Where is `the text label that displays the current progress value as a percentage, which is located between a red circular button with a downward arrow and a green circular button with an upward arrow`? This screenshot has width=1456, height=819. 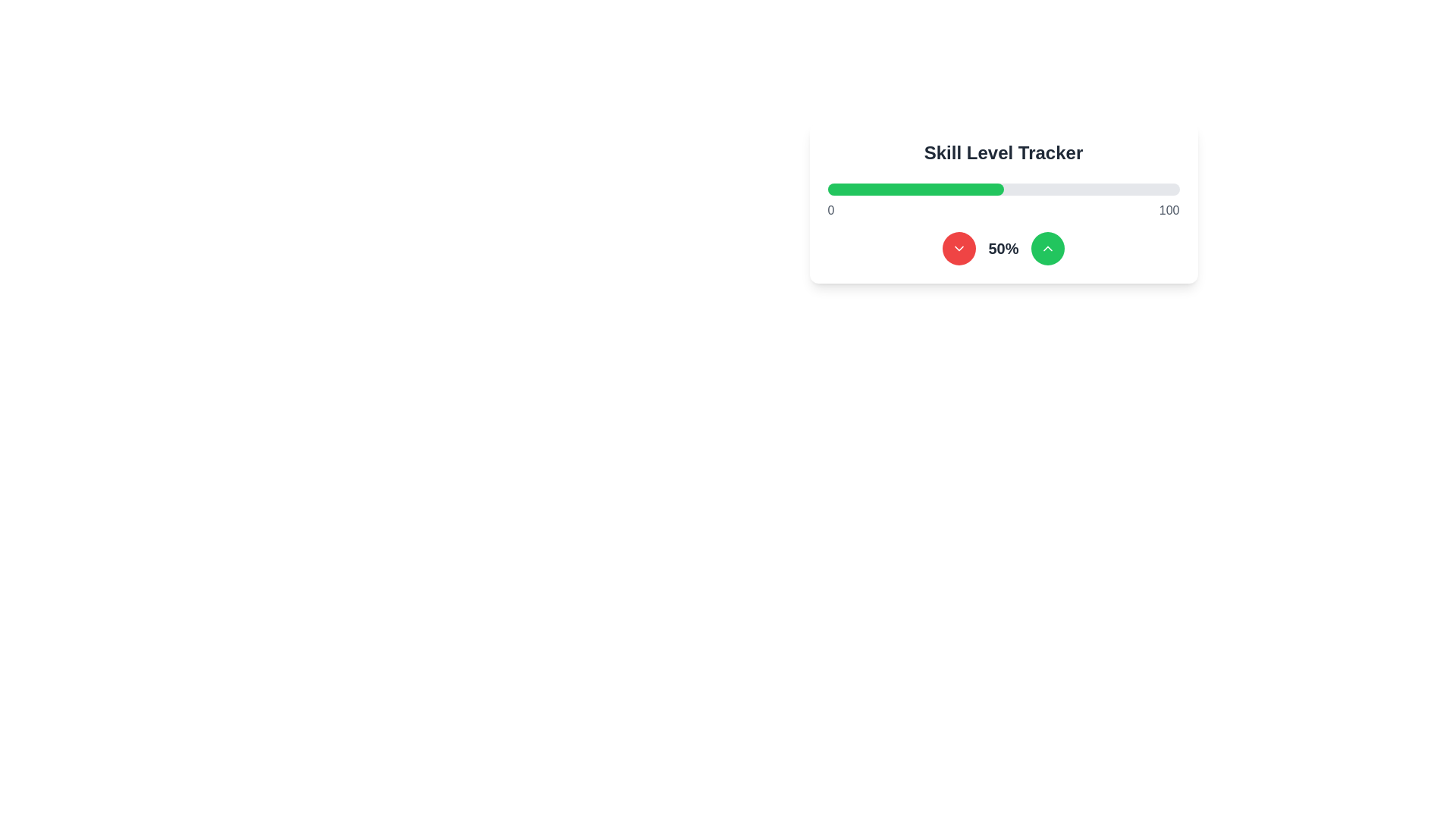
the text label that displays the current progress value as a percentage, which is located between a red circular button with a downward arrow and a green circular button with an upward arrow is located at coordinates (1003, 247).